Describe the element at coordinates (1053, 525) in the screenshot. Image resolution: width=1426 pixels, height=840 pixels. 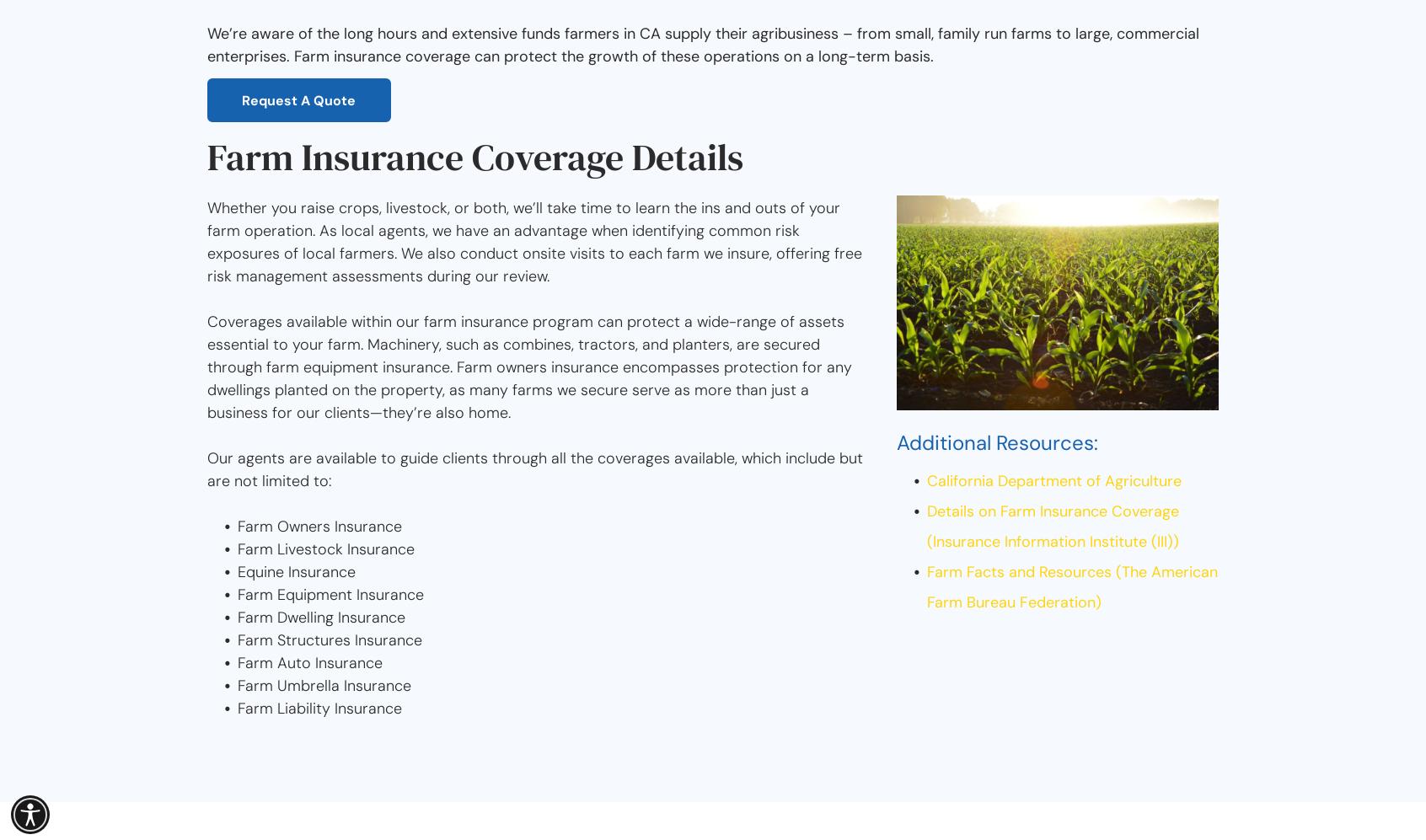
I see `'Details on Farm Insurance Coverage (Insurance Information Institute (III))'` at that location.